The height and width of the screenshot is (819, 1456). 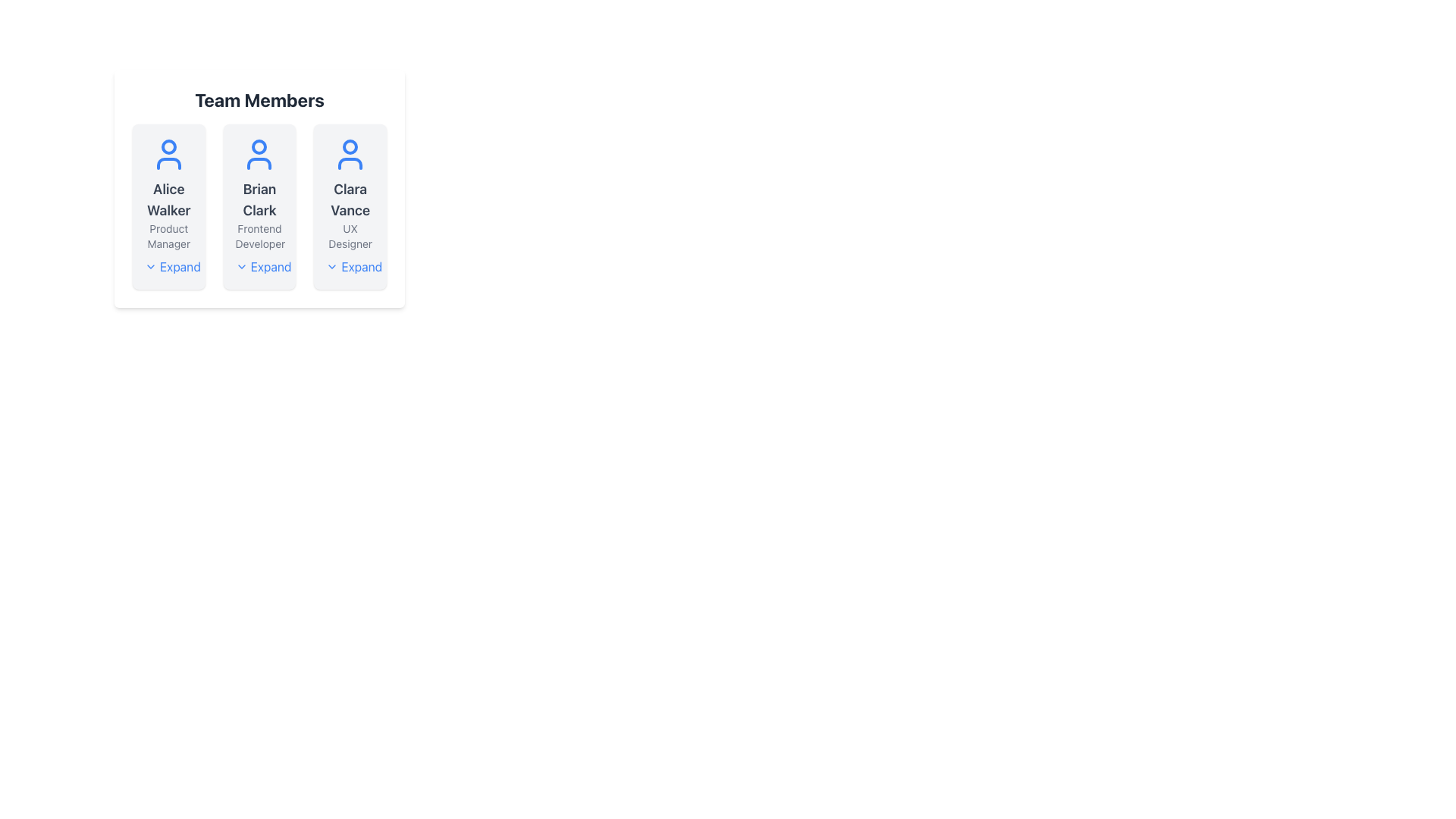 I want to click on heading text located at the top-center of the interface, which provides context for the team members' information, so click(x=259, y=99).